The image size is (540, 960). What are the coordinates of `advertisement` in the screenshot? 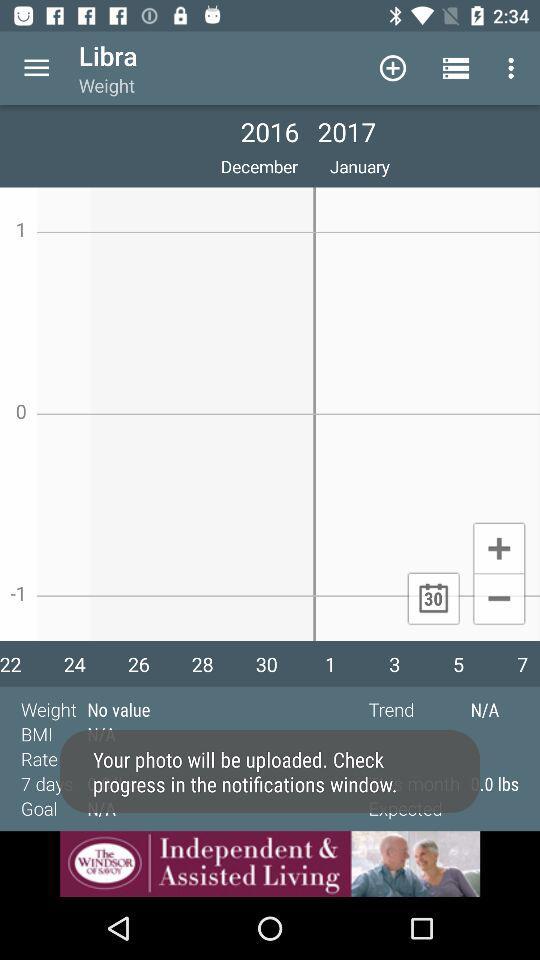 It's located at (270, 863).